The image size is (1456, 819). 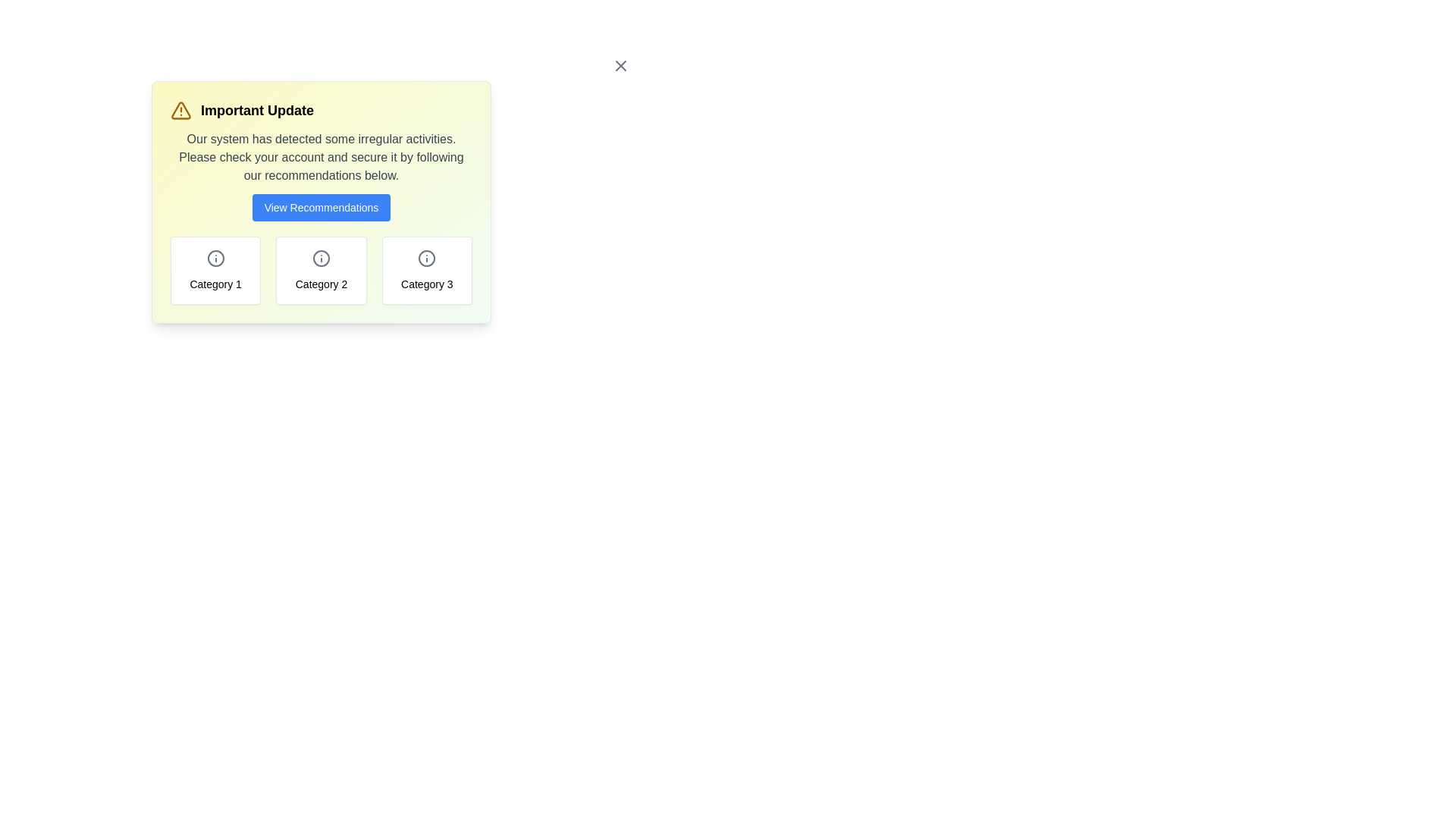 I want to click on the category box labeled Category 3, so click(x=425, y=270).